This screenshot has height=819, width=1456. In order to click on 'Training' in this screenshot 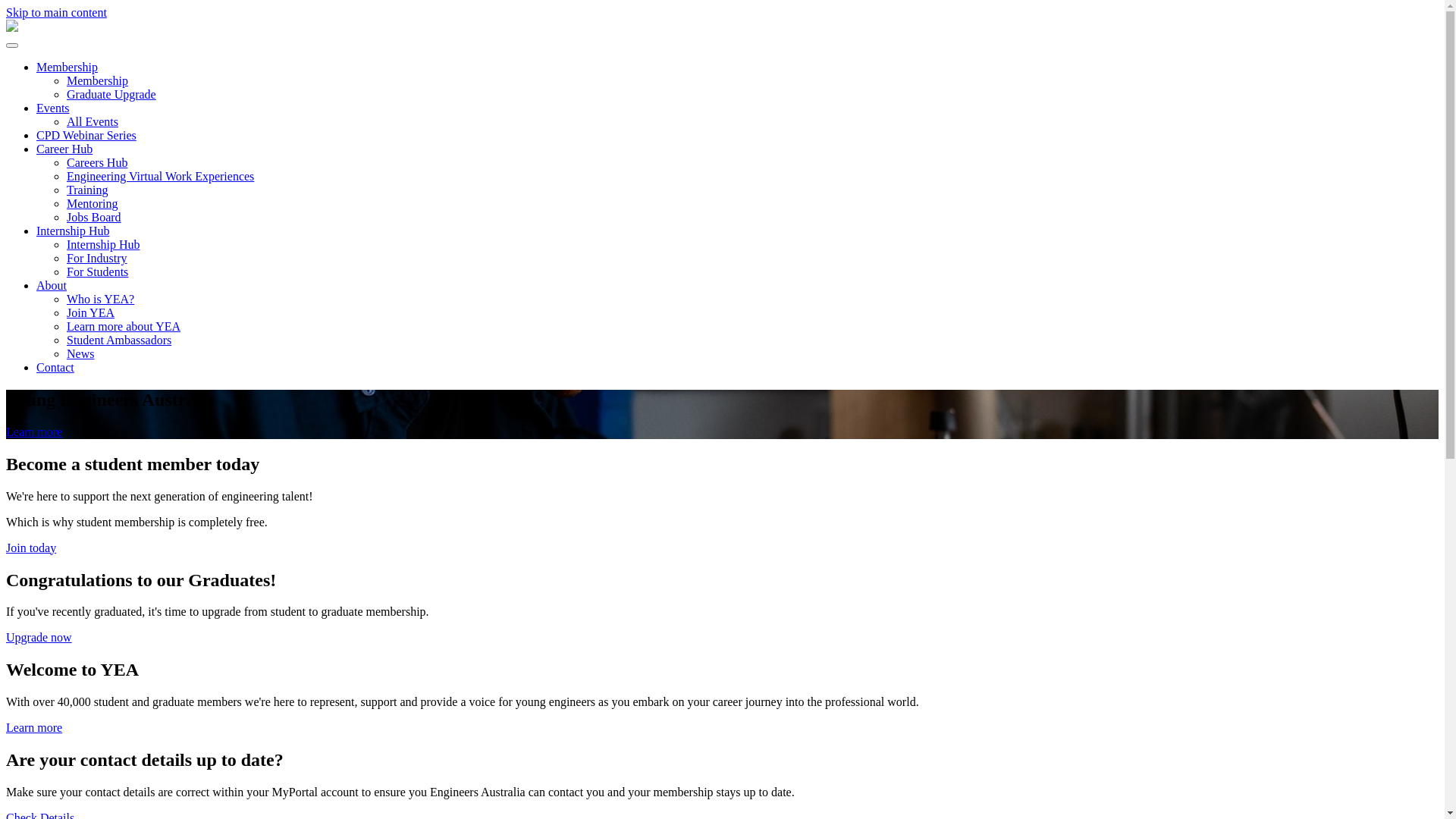, I will do `click(86, 189)`.